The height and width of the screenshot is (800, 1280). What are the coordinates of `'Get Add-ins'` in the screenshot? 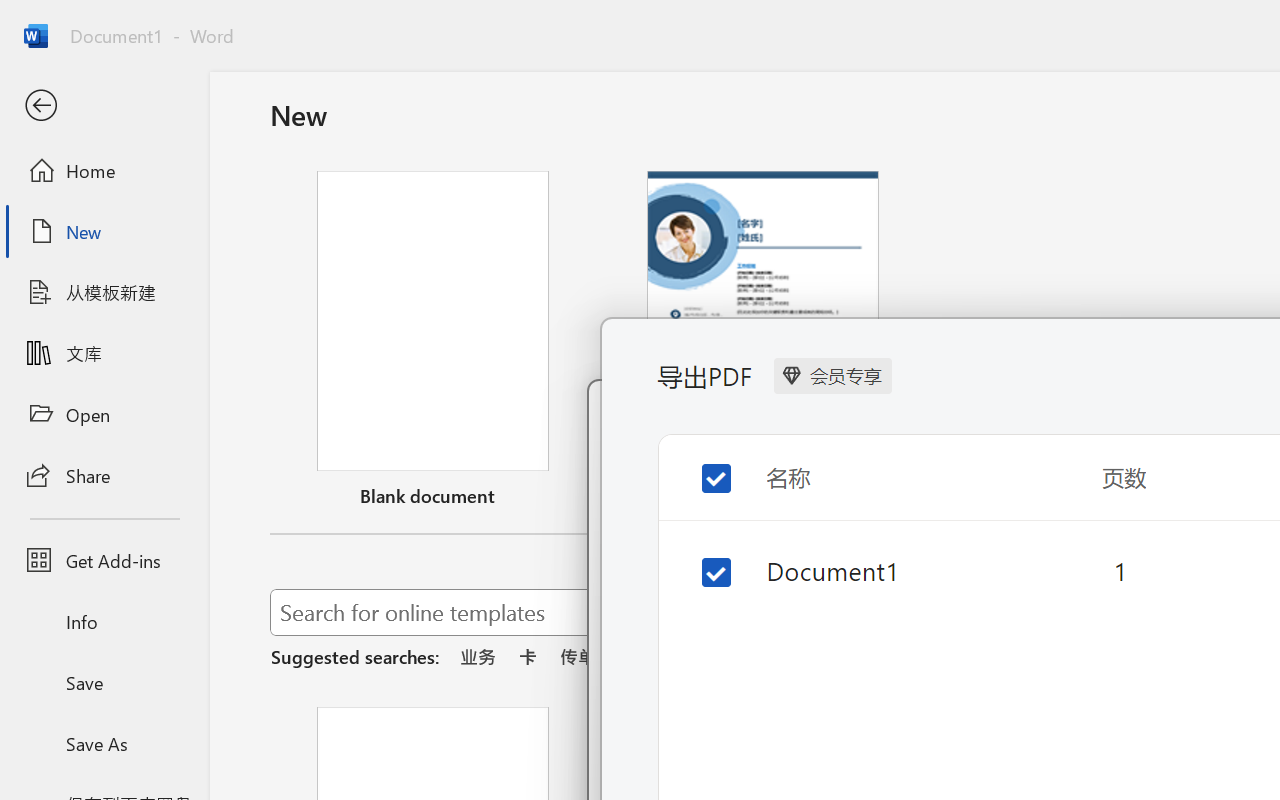 It's located at (103, 560).